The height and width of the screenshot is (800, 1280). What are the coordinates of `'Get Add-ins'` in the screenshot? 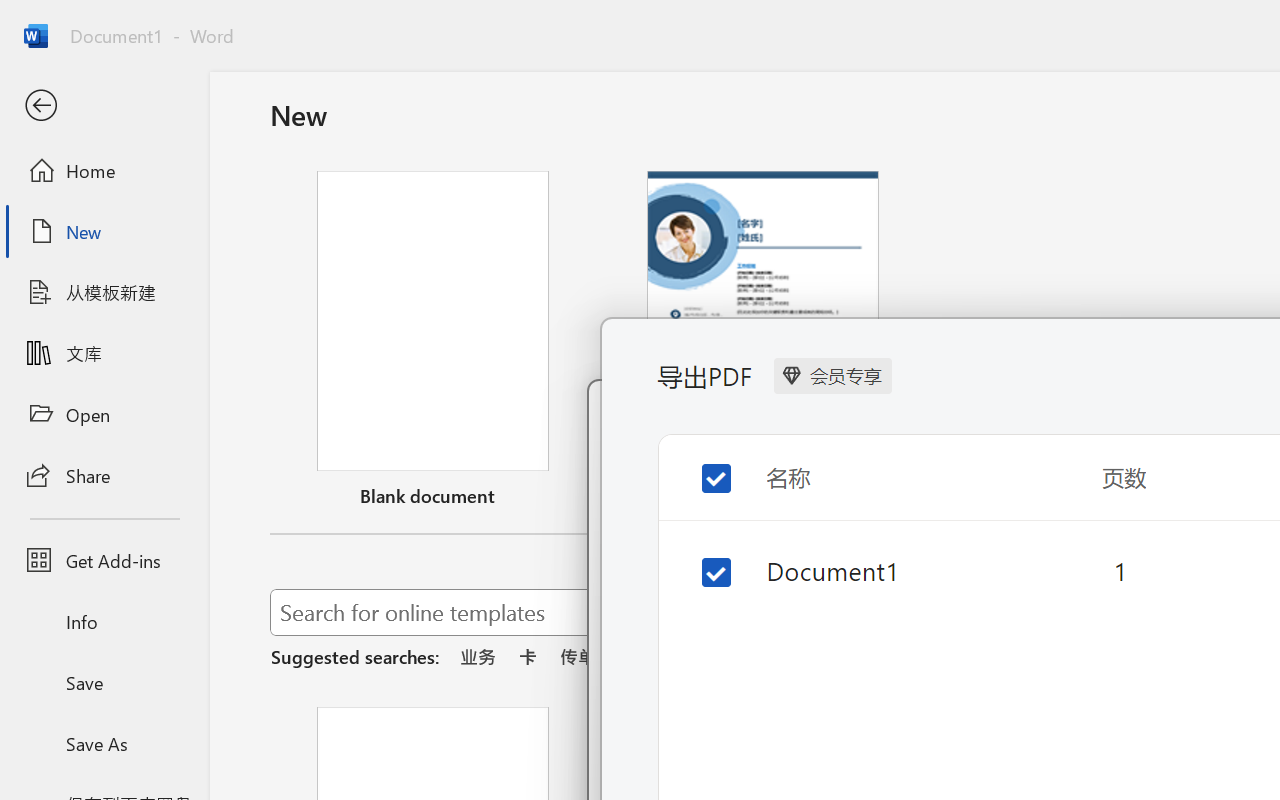 It's located at (103, 560).